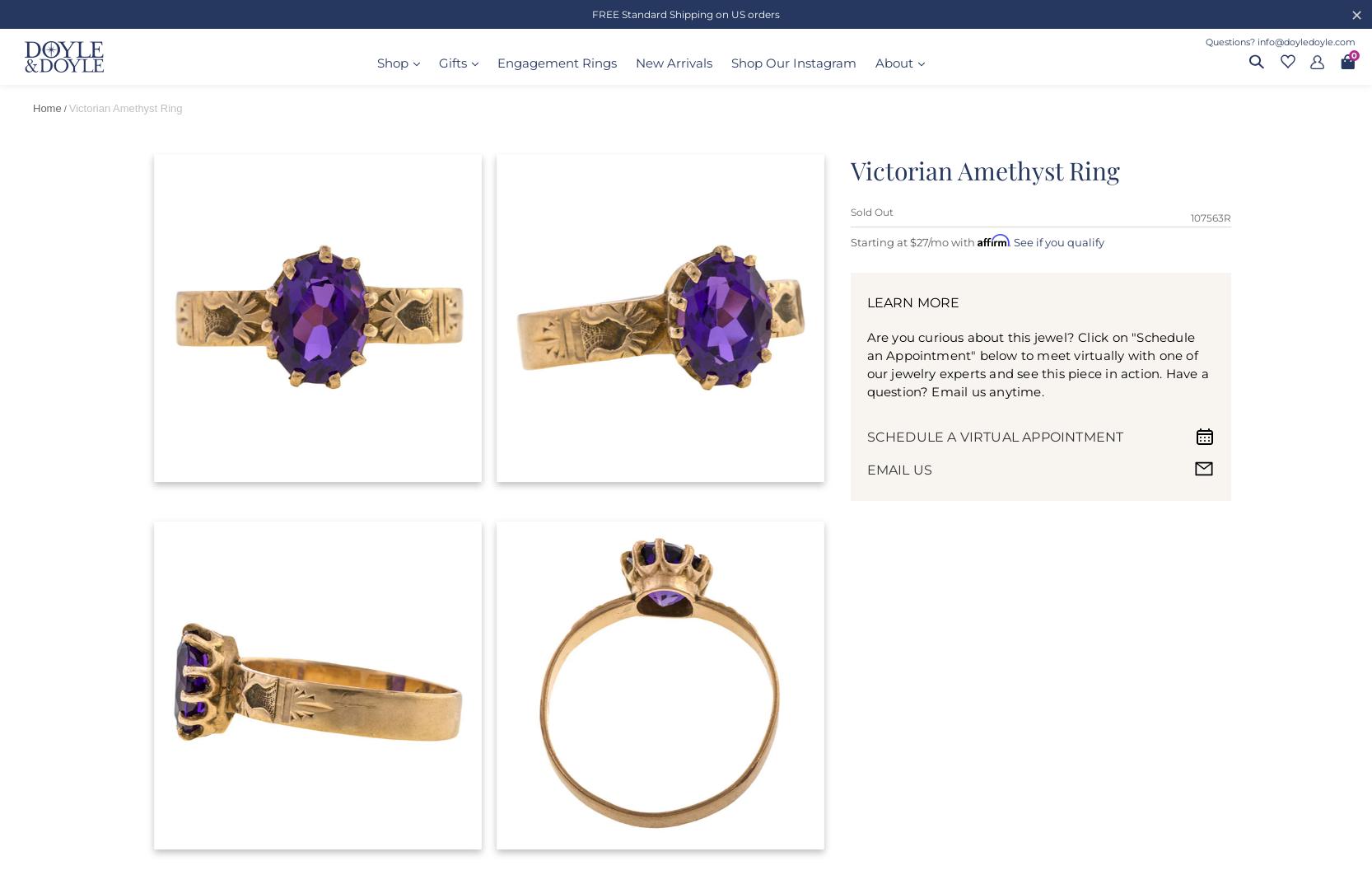 The image size is (1372, 889). I want to click on 'Home', so click(32, 107).